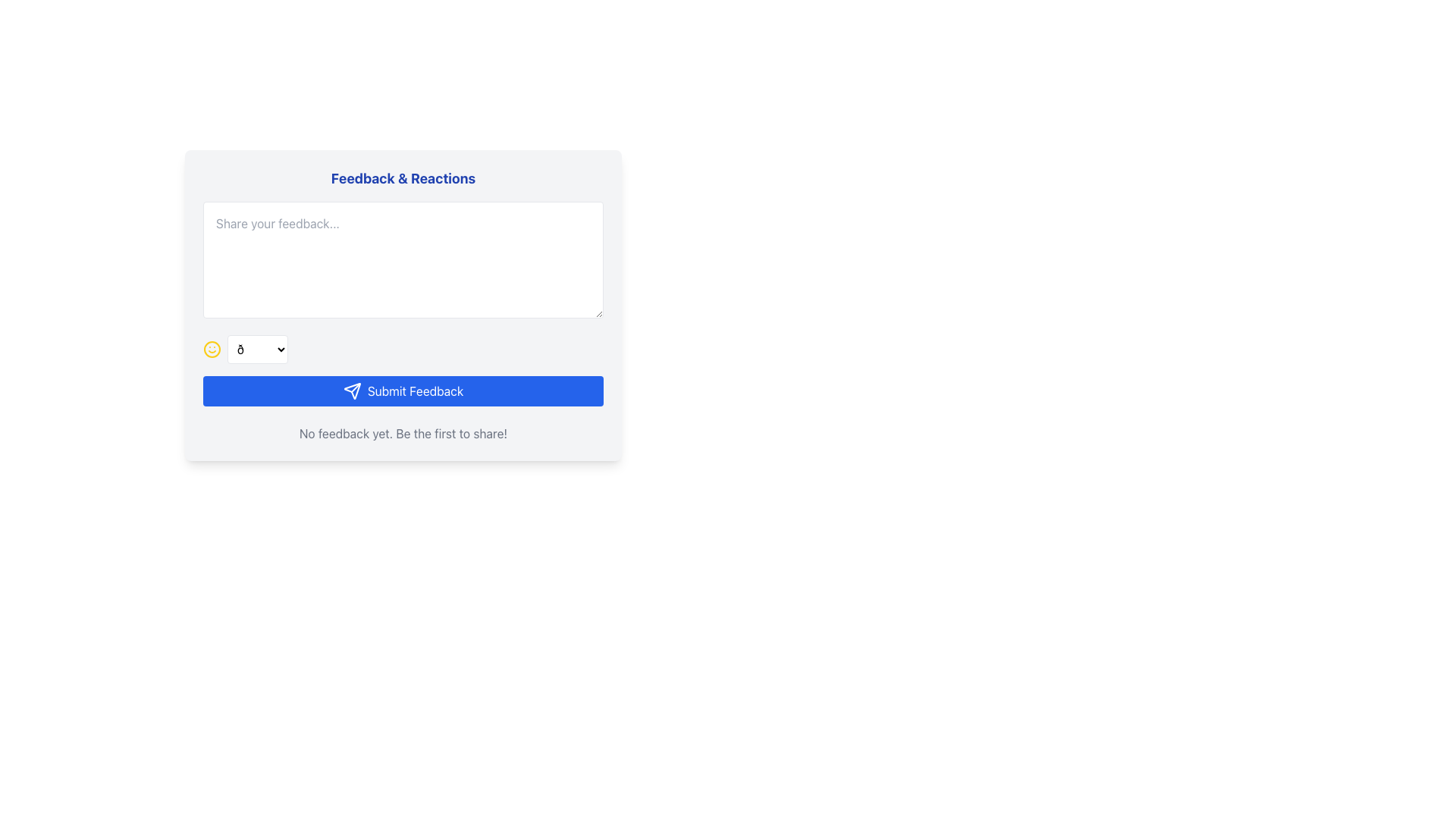 The image size is (1456, 819). Describe the element at coordinates (403, 391) in the screenshot. I see `the blue 'Submit Feedback' button with white text, which features rounded corners and an icon of a paper plane` at that location.